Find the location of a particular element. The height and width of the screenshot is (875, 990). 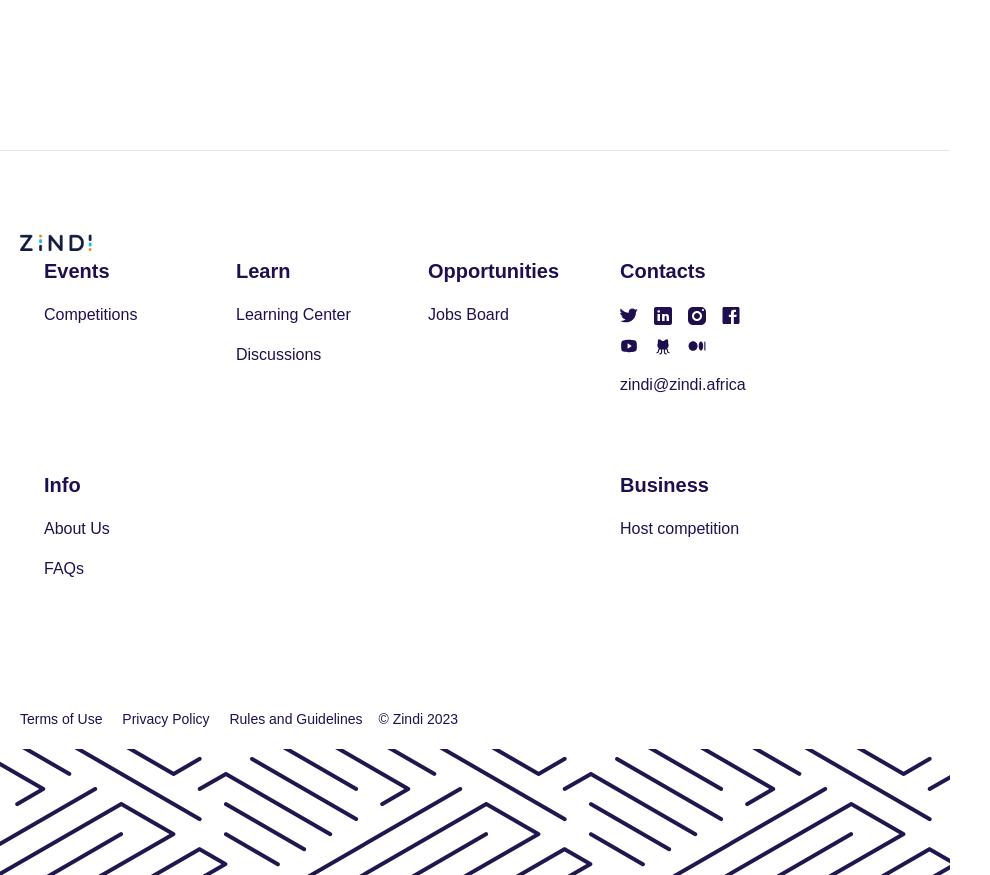

'Jobs Board' is located at coordinates (467, 314).